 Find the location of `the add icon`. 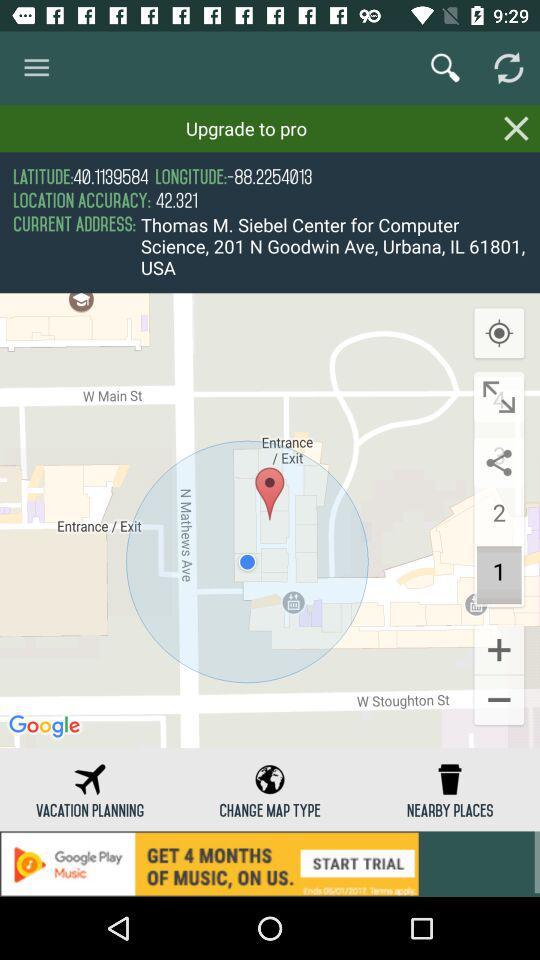

the add icon is located at coordinates (498, 648).